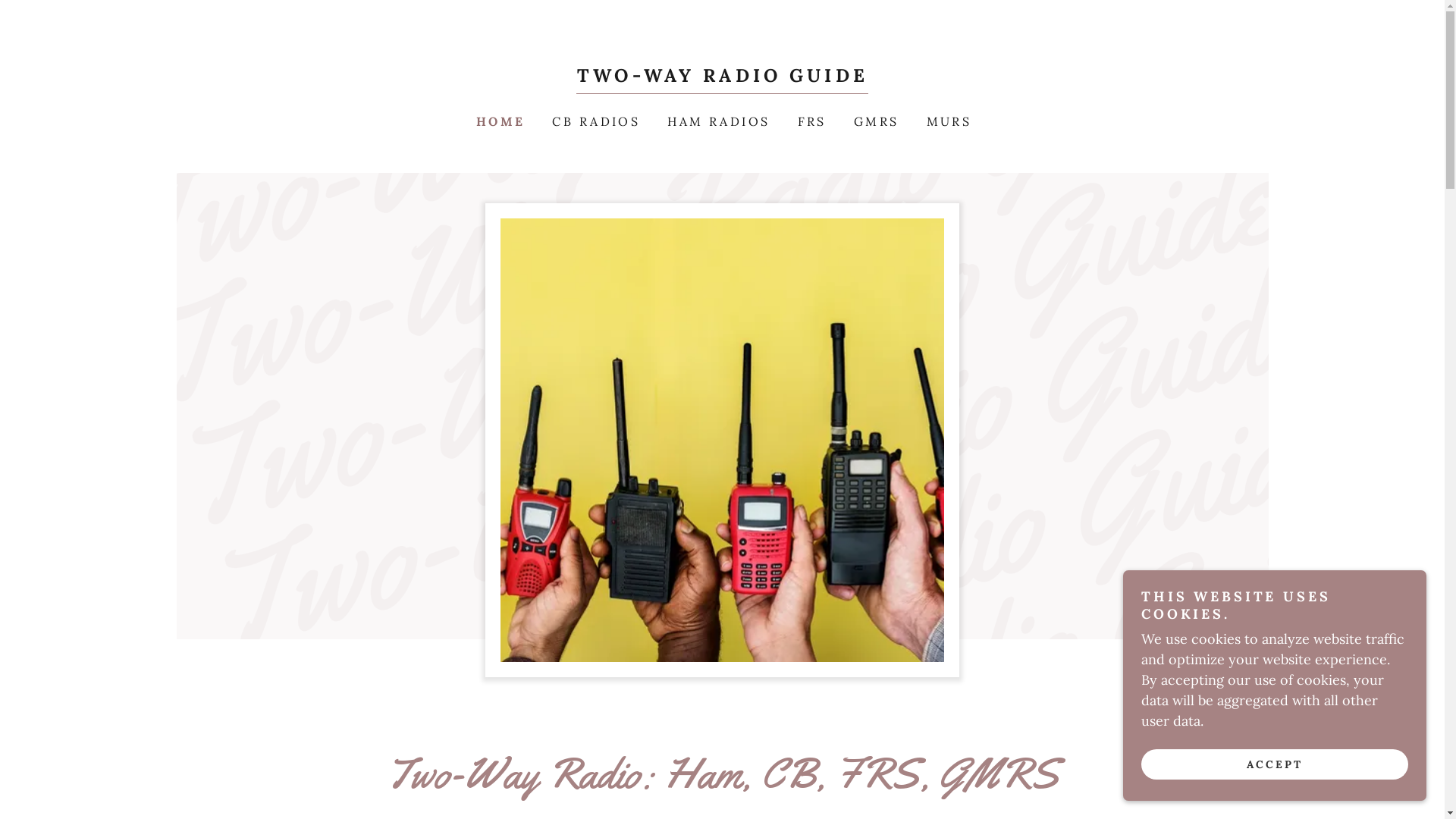 This screenshot has width=1456, height=819. Describe the element at coordinates (810, 120) in the screenshot. I see `'FRS'` at that location.